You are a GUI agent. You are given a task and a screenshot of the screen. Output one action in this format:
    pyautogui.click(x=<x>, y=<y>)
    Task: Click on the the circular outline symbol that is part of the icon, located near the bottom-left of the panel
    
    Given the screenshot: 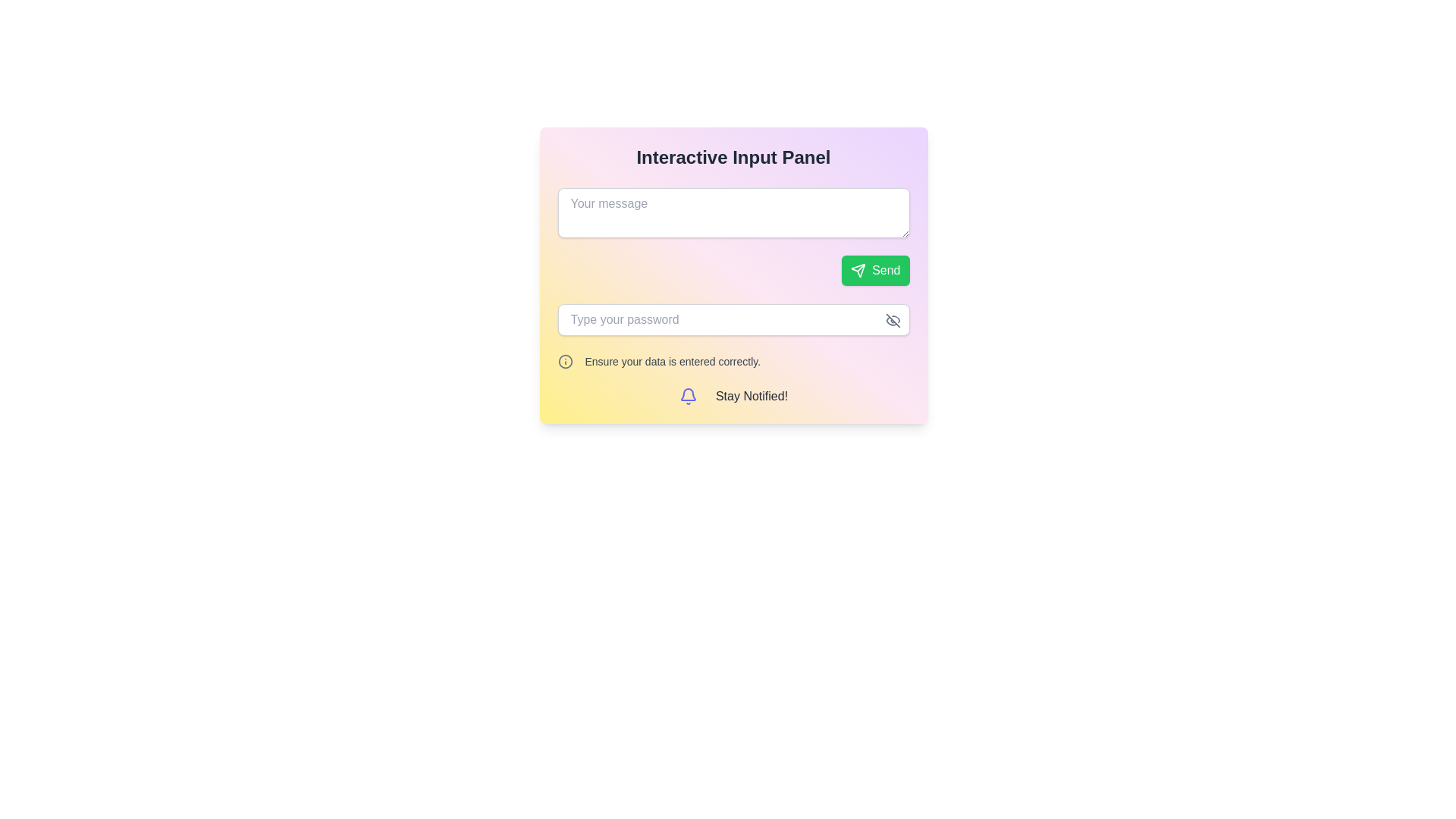 What is the action you would take?
    pyautogui.click(x=564, y=362)
    